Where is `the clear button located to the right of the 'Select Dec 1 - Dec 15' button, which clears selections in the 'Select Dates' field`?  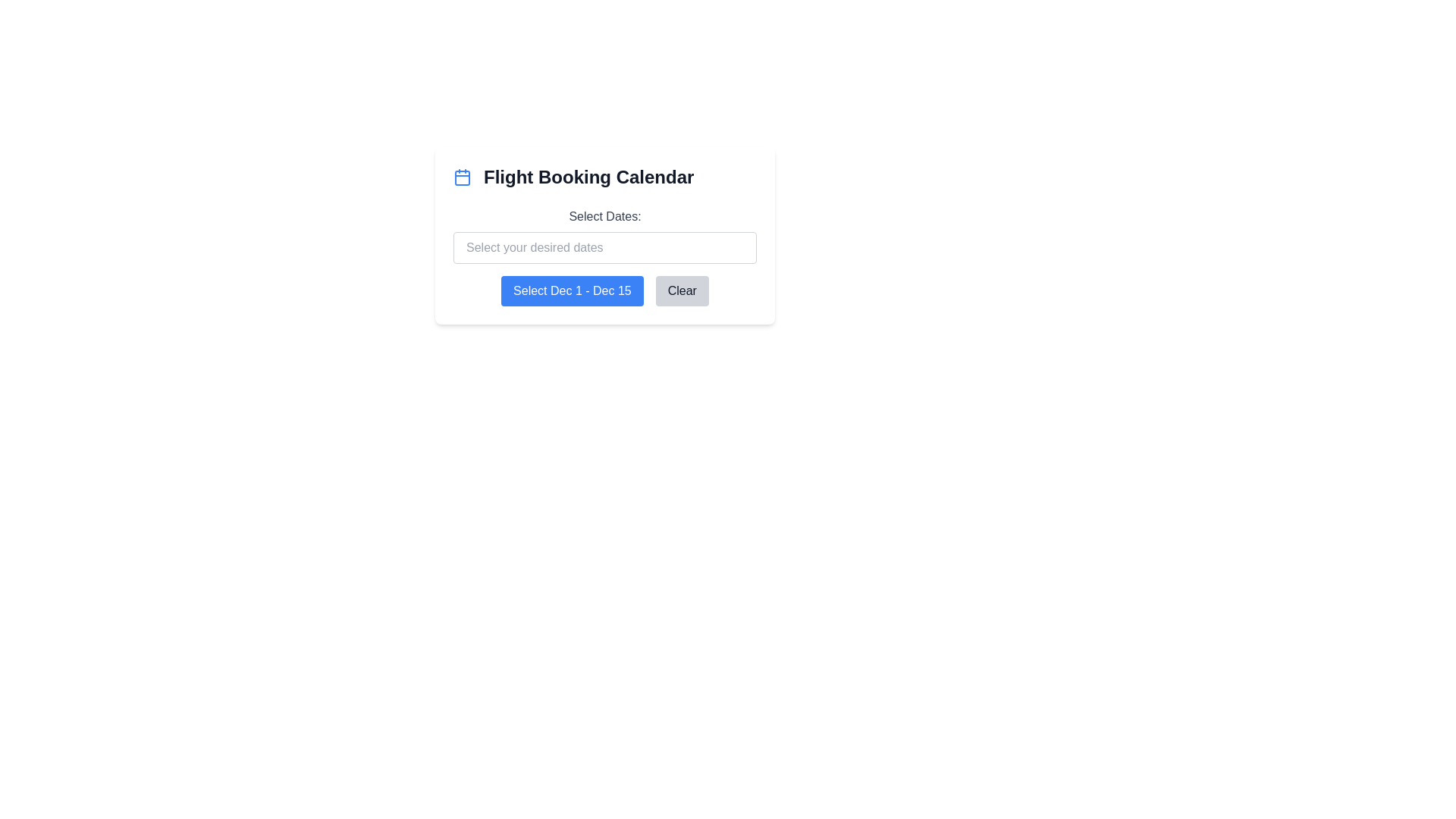
the clear button located to the right of the 'Select Dec 1 - Dec 15' button, which clears selections in the 'Select Dates' field is located at coordinates (681, 291).